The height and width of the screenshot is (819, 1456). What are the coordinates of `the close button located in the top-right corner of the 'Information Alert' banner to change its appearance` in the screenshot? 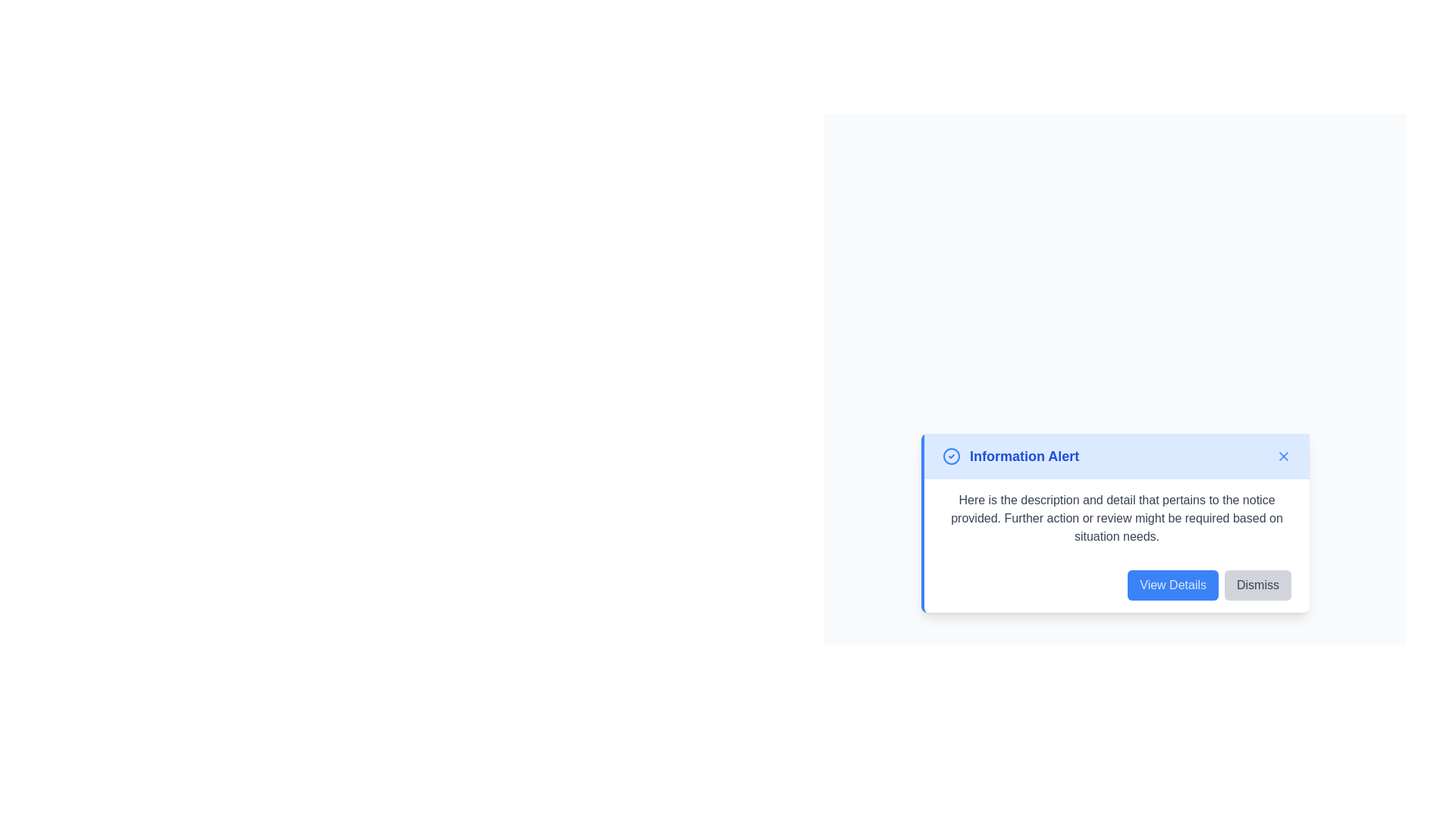 It's located at (1283, 455).